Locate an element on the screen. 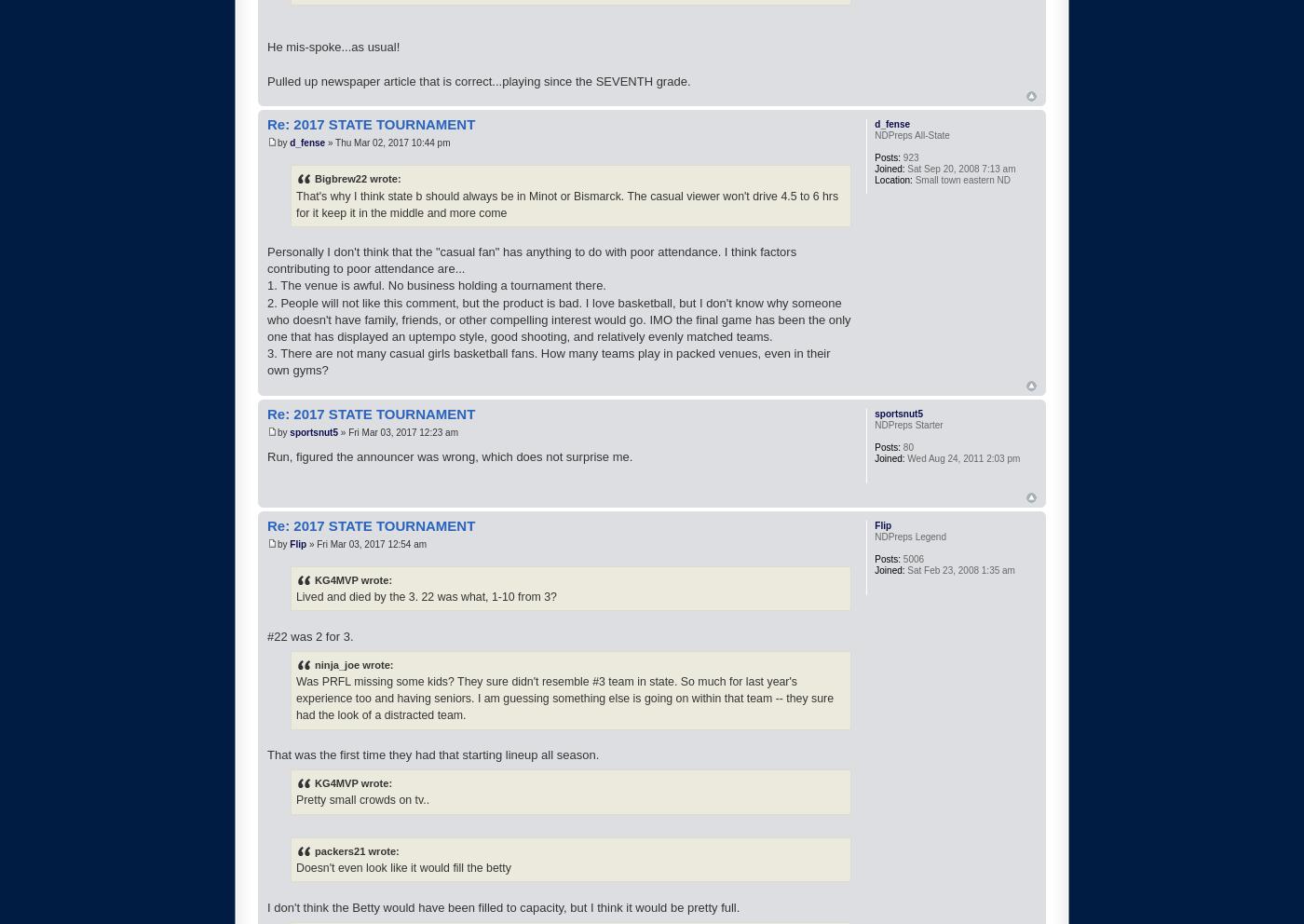  'I don't think the Betty would have been filled to capacity, but I think it would be pretty full.' is located at coordinates (503, 906).